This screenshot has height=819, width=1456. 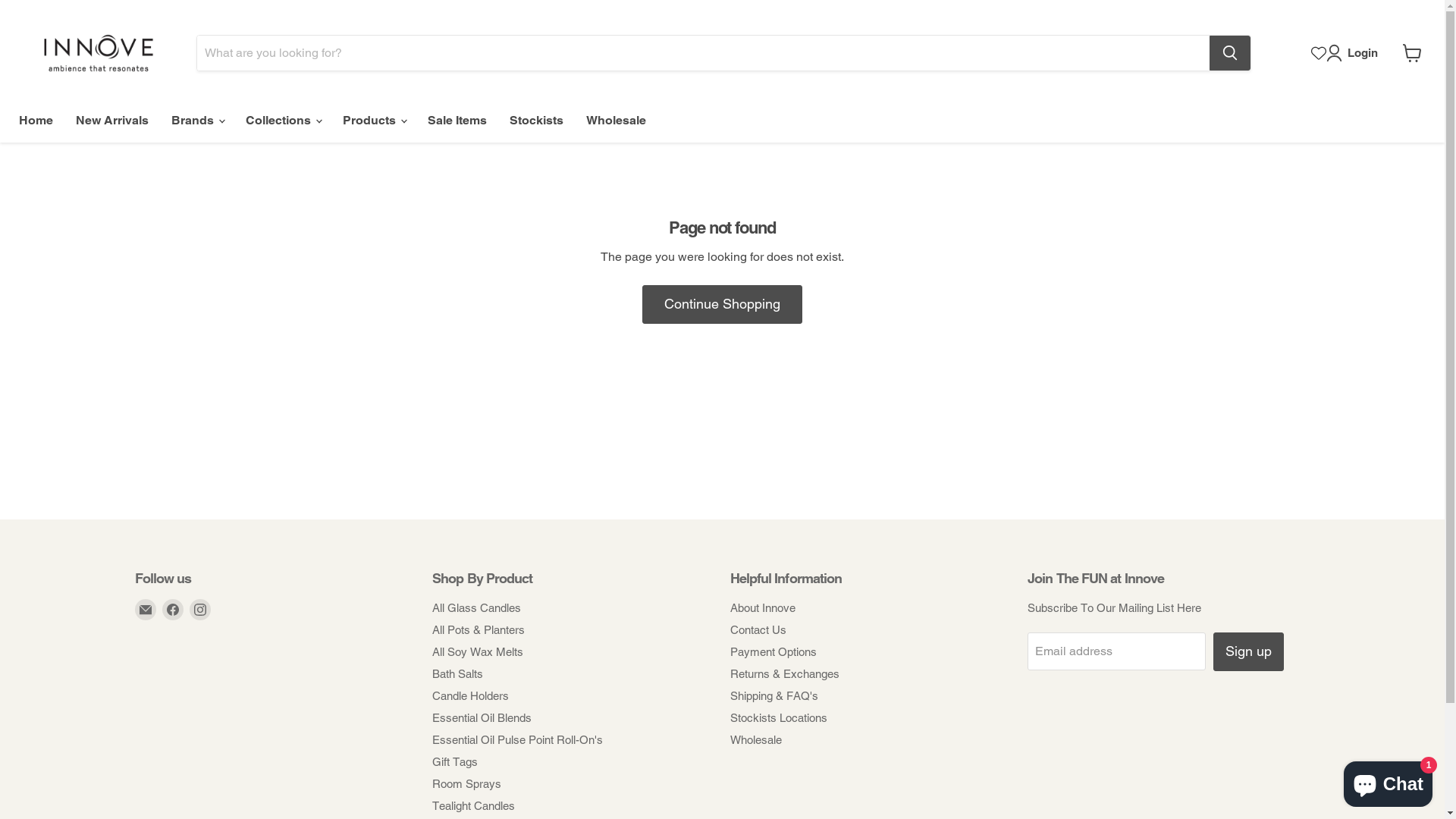 I want to click on 'Stockists Locations', so click(x=729, y=717).